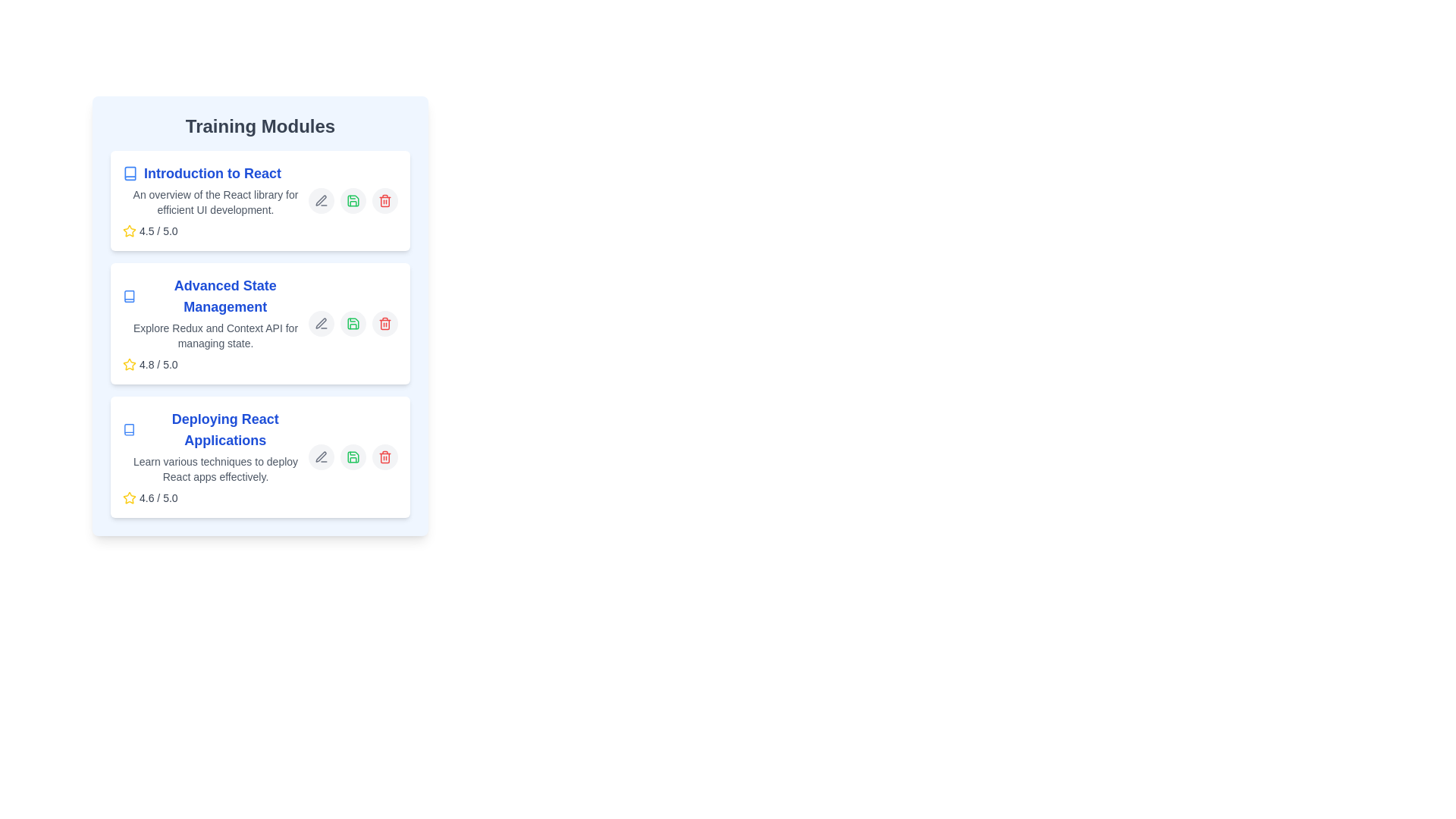 The width and height of the screenshot is (1456, 819). I want to click on the star-shaped icon with a yellow outline representing the rating for the third module under the 'Training Modules' section, so click(130, 497).